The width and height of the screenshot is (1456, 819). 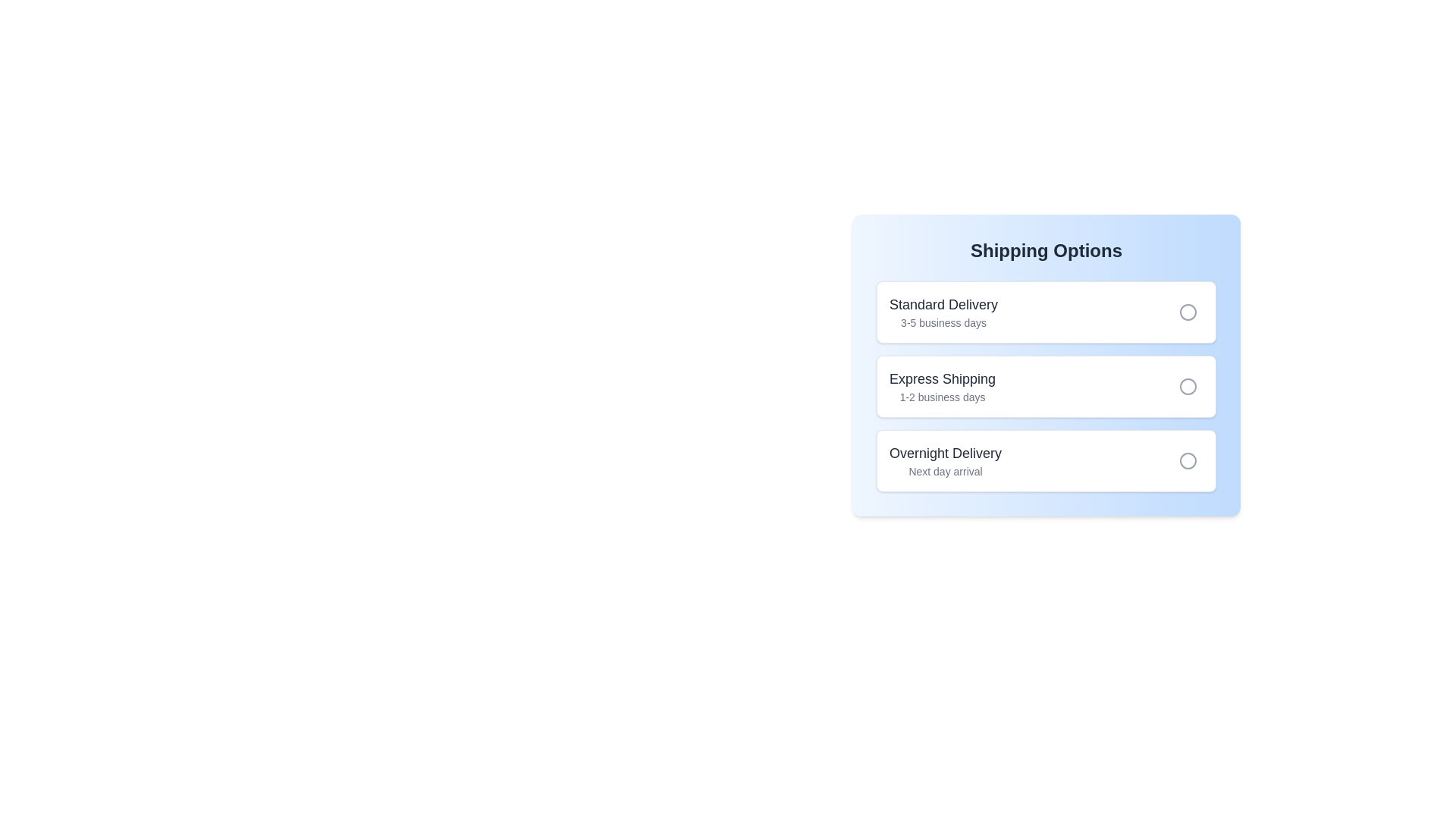 What do you see at coordinates (1046, 385) in the screenshot?
I see `the radio button associated with the 'Express Shipping' delivery option` at bounding box center [1046, 385].